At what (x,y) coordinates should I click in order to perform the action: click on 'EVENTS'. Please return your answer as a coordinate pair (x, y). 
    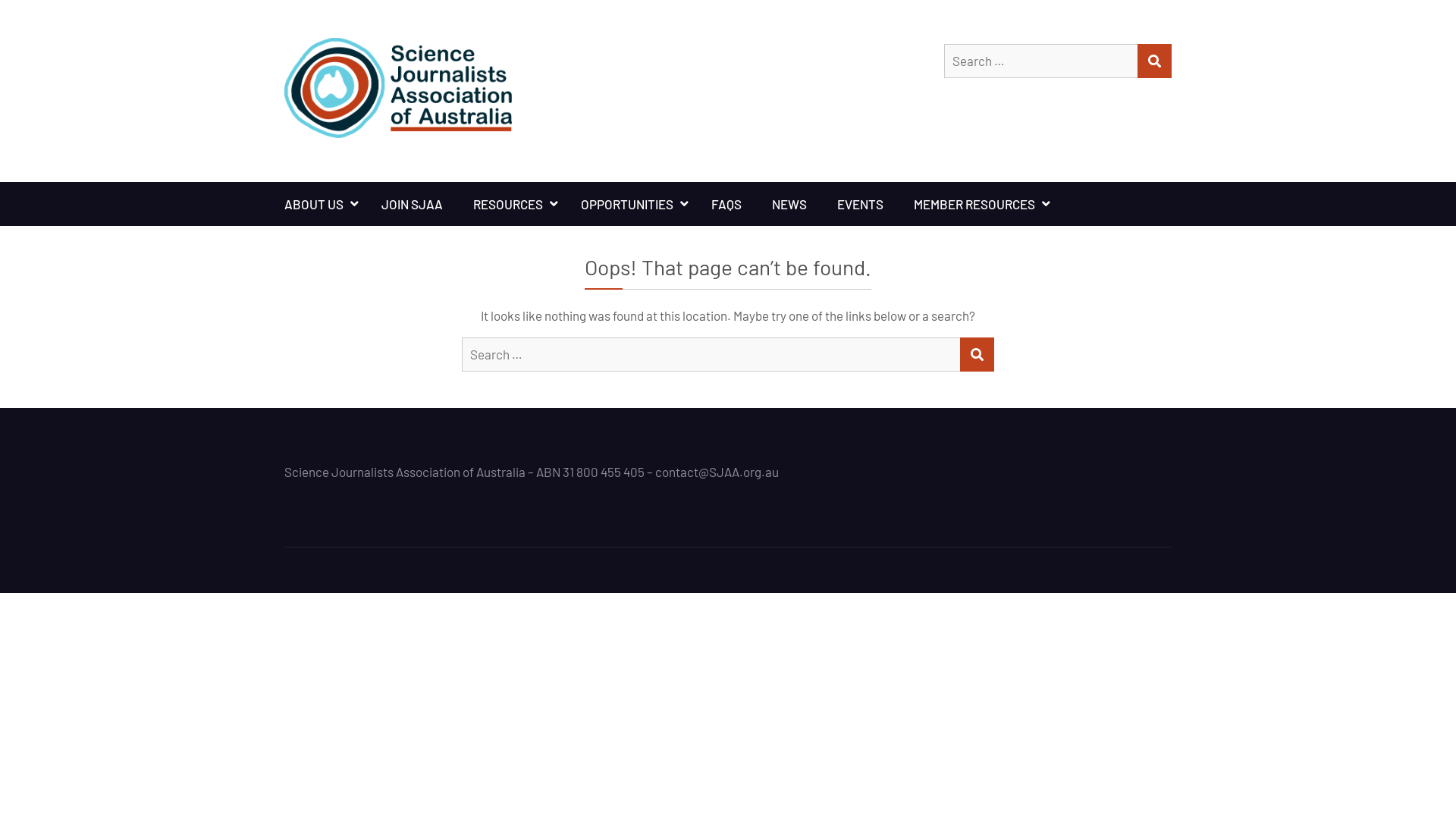
    Looking at the image, I should click on (860, 203).